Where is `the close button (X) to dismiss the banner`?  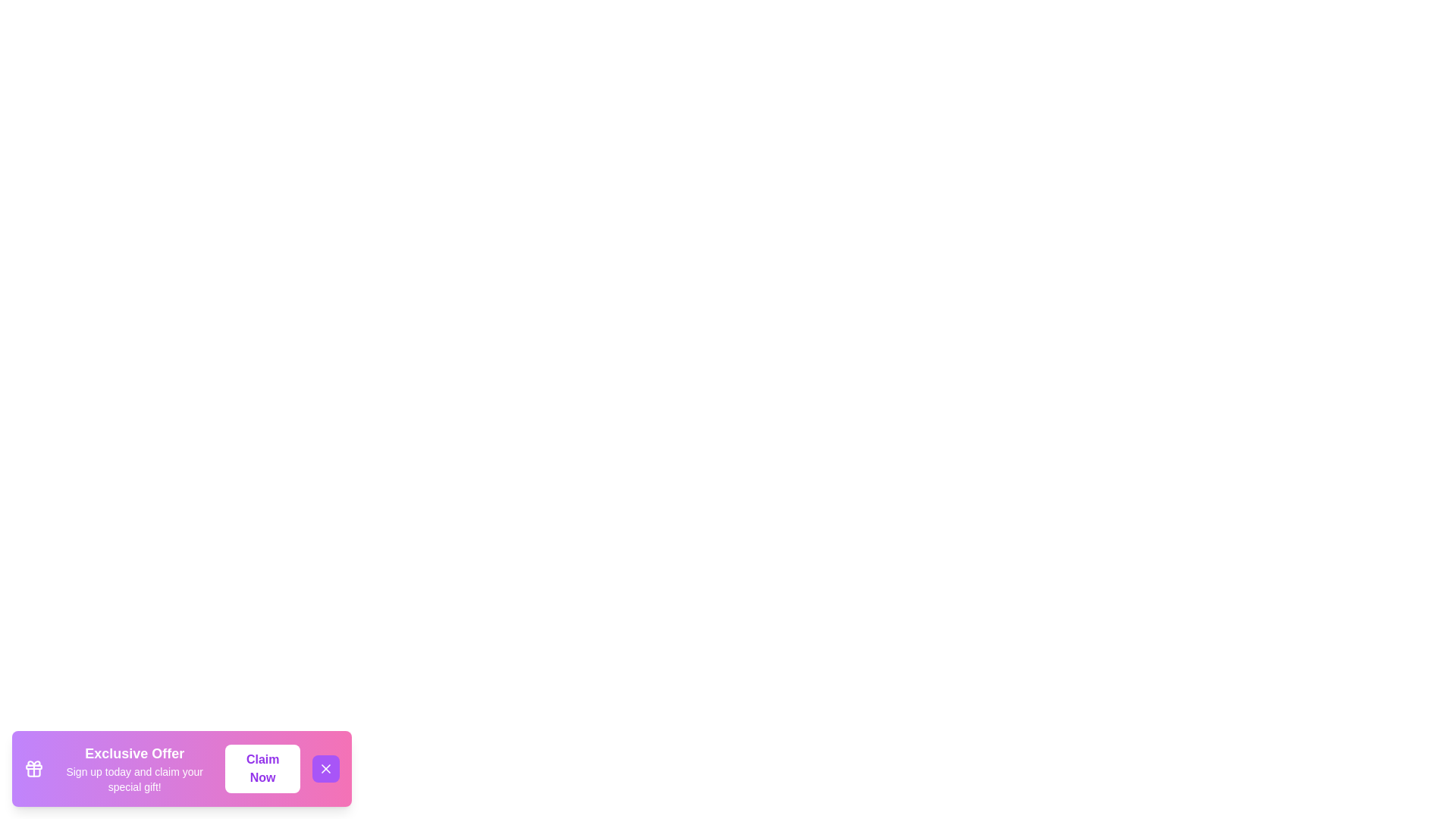 the close button (X) to dismiss the banner is located at coordinates (325, 769).